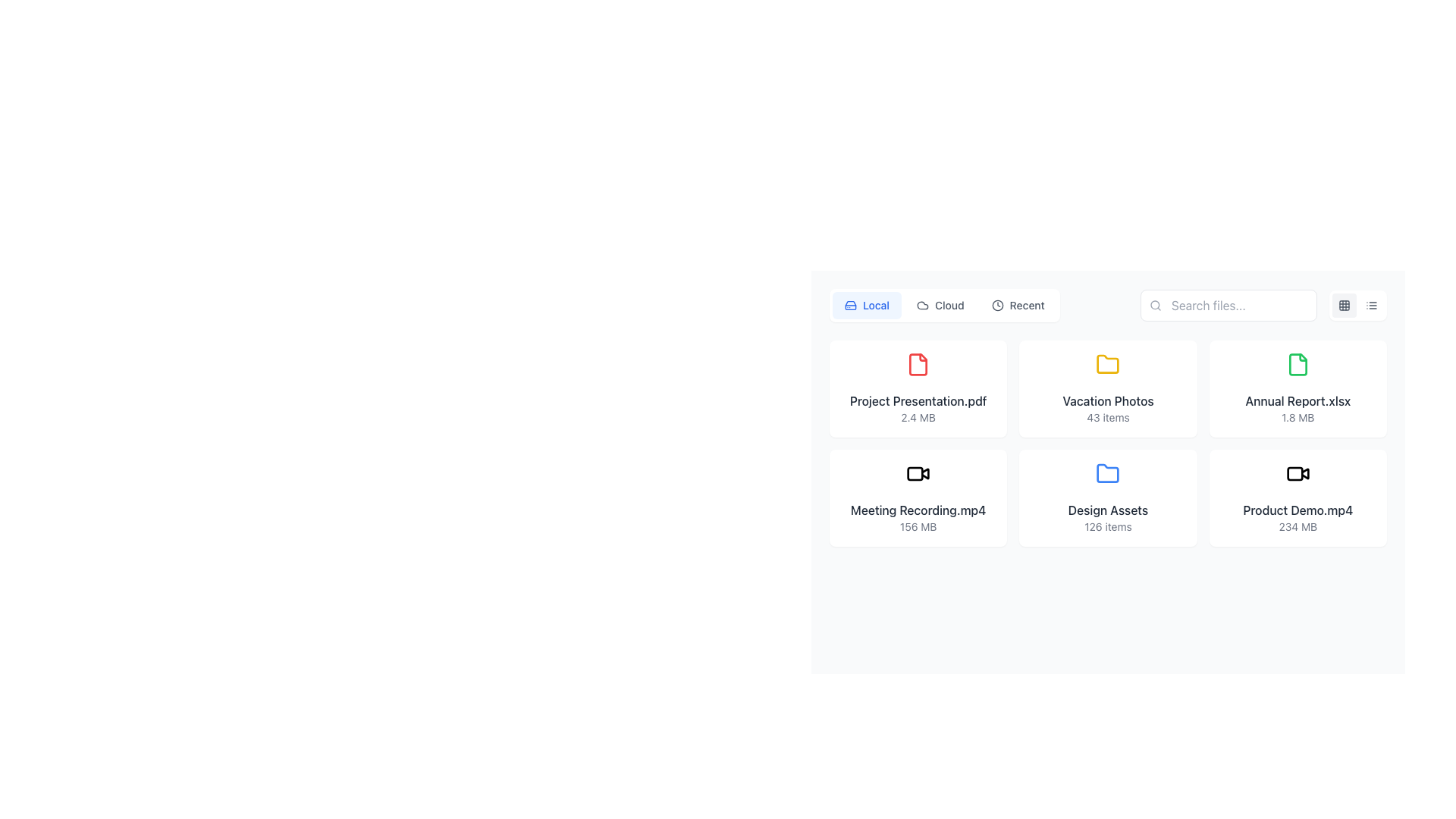  I want to click on the layout toggle buttons on the navigation bar to switch the file display style, so click(1108, 305).